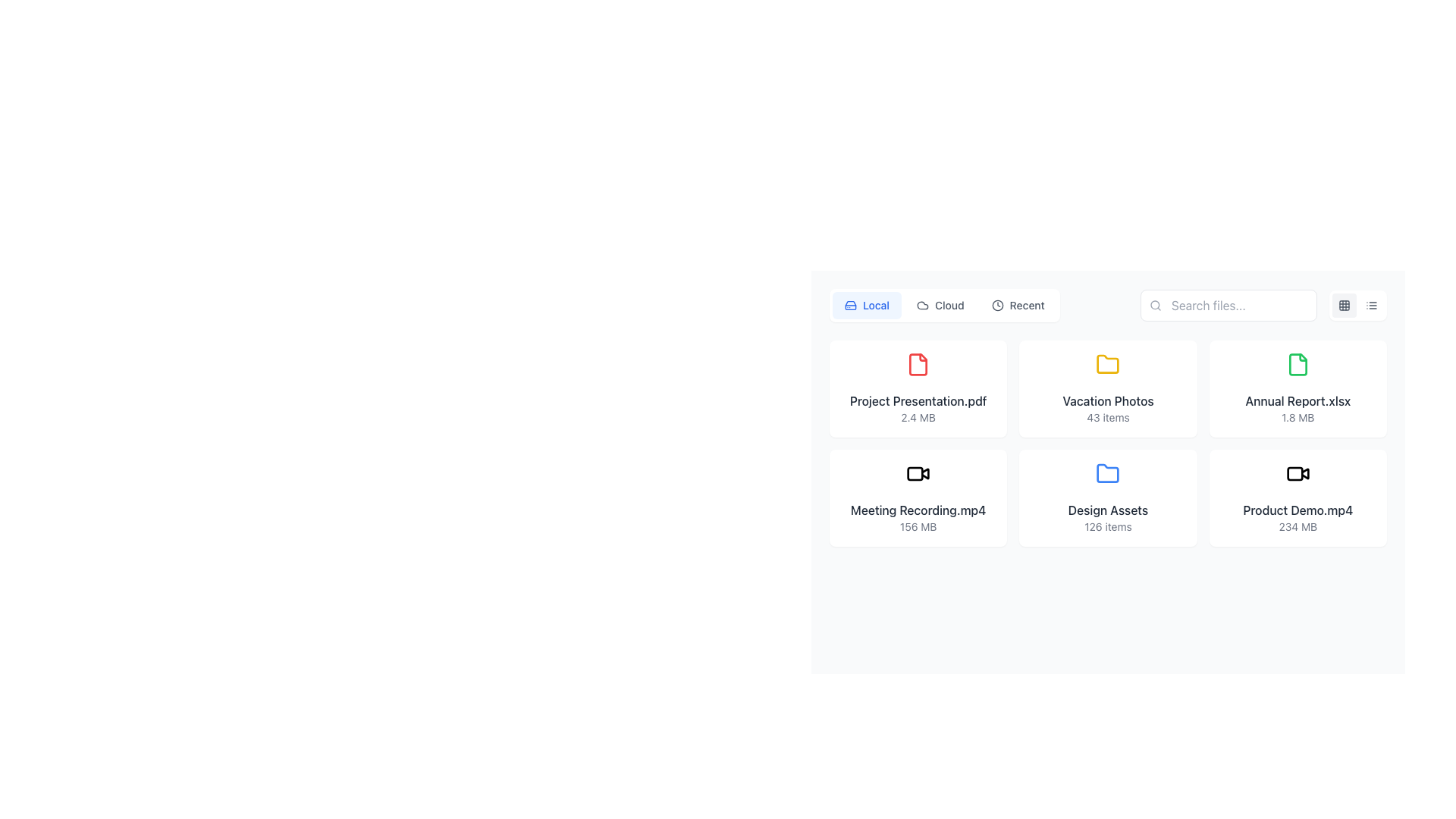  I want to click on the layout toggle buttons on the navigation bar to switch the file display style, so click(1108, 305).